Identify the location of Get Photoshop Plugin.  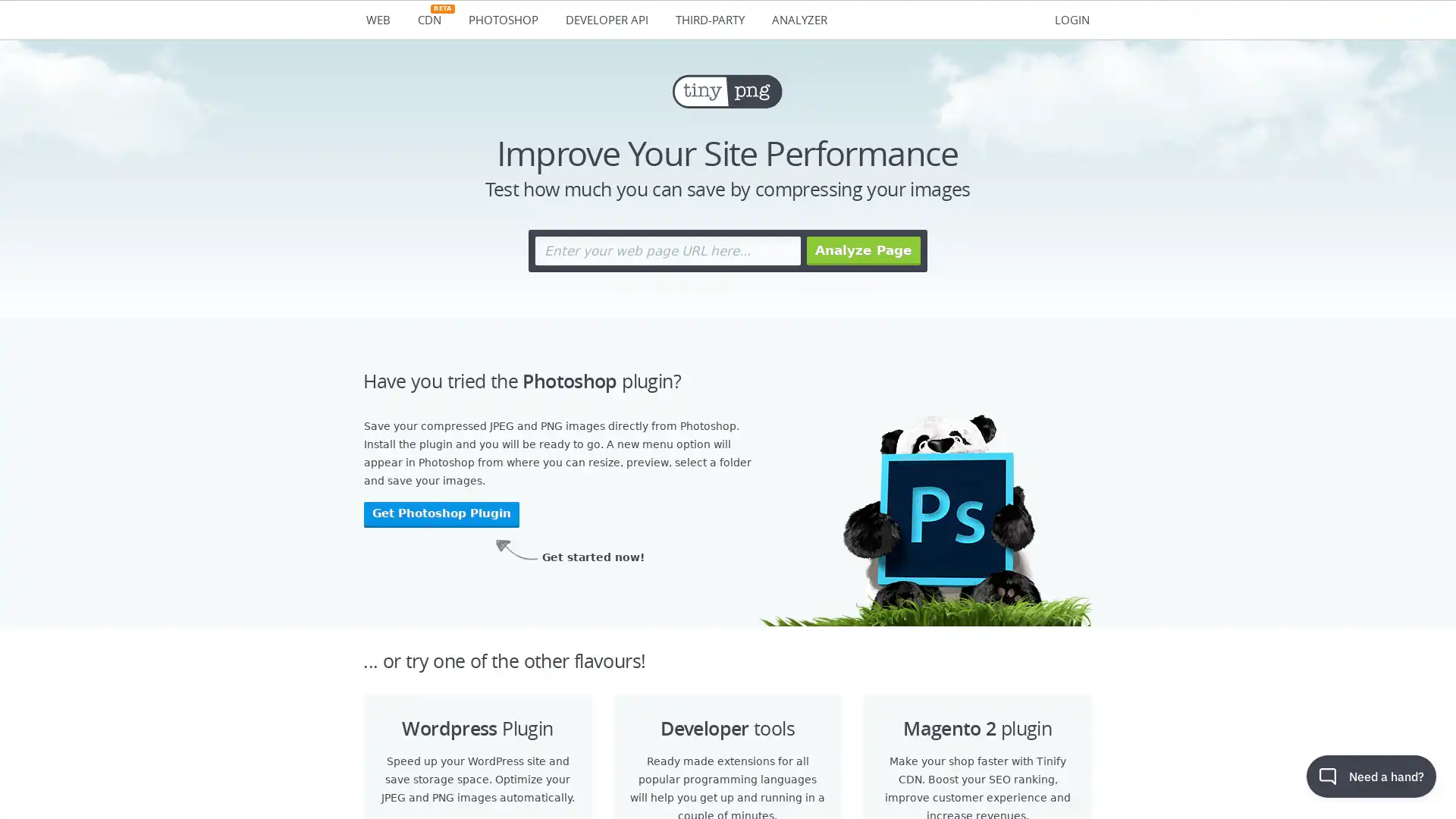
(441, 513).